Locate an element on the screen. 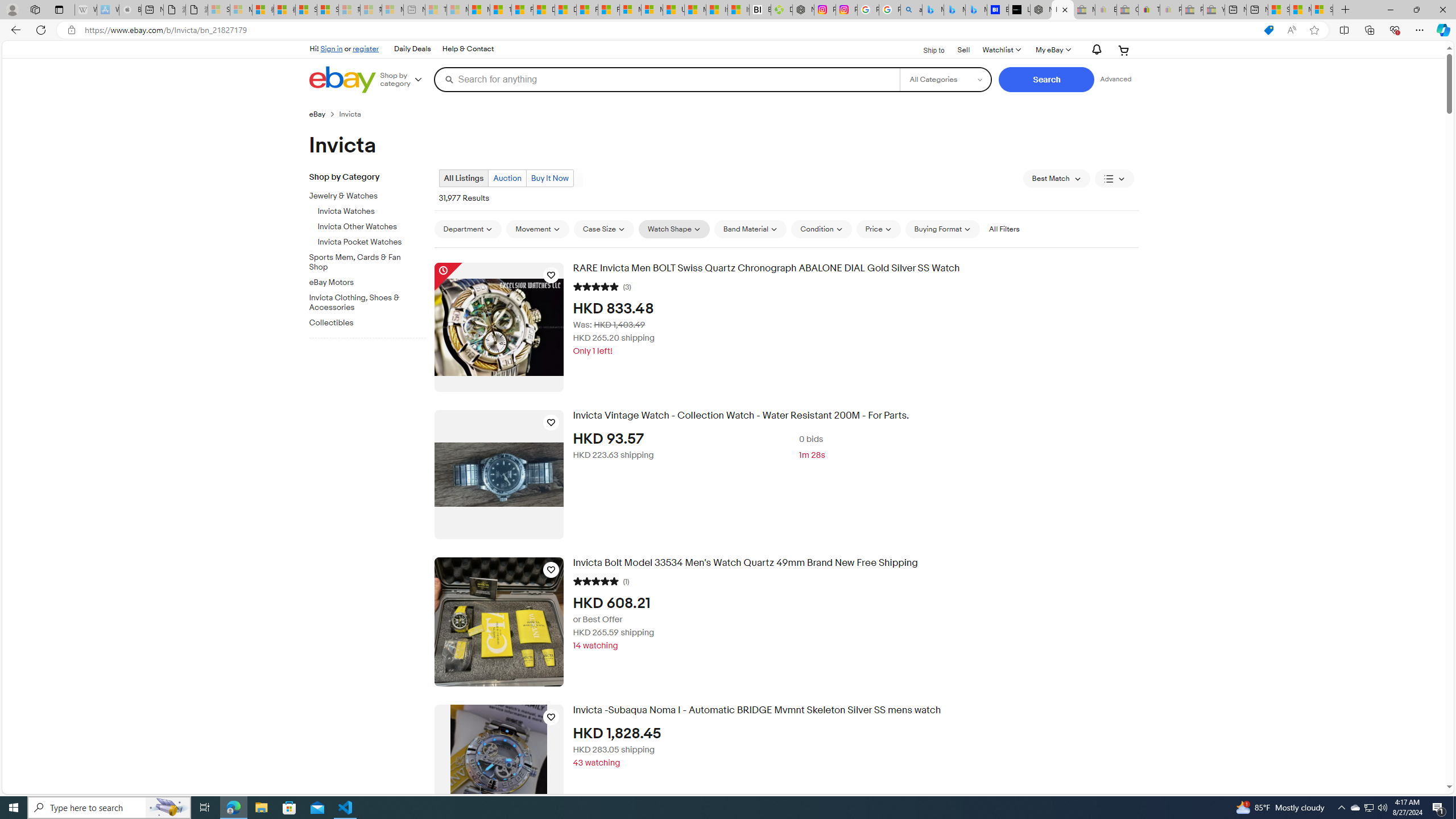 The image size is (1456, 819). 'This site has coupons! Shopping in Microsoft Edge' is located at coordinates (1268, 30).